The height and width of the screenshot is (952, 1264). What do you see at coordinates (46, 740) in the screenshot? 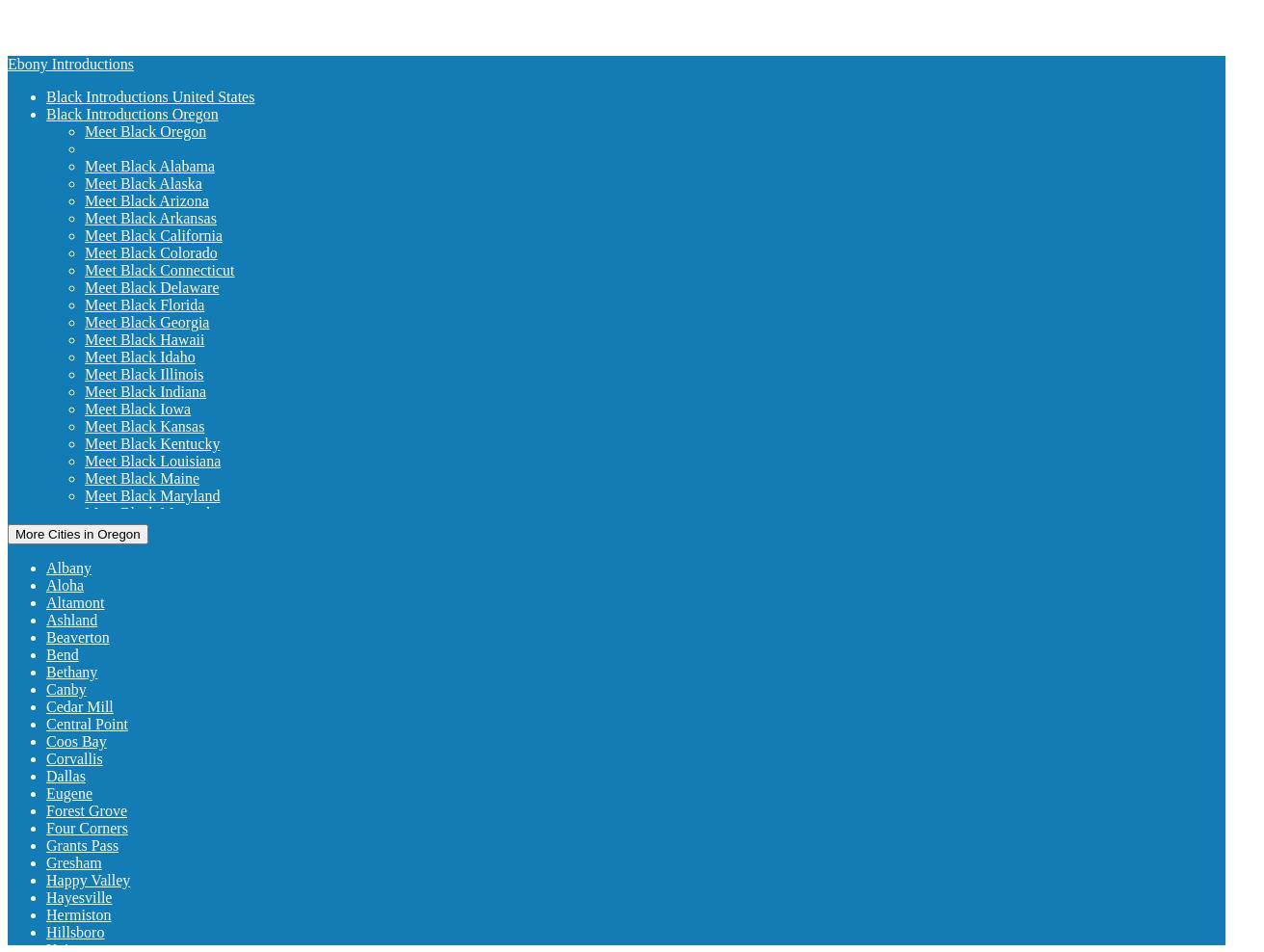
I see `'Coos Bay'` at bounding box center [46, 740].